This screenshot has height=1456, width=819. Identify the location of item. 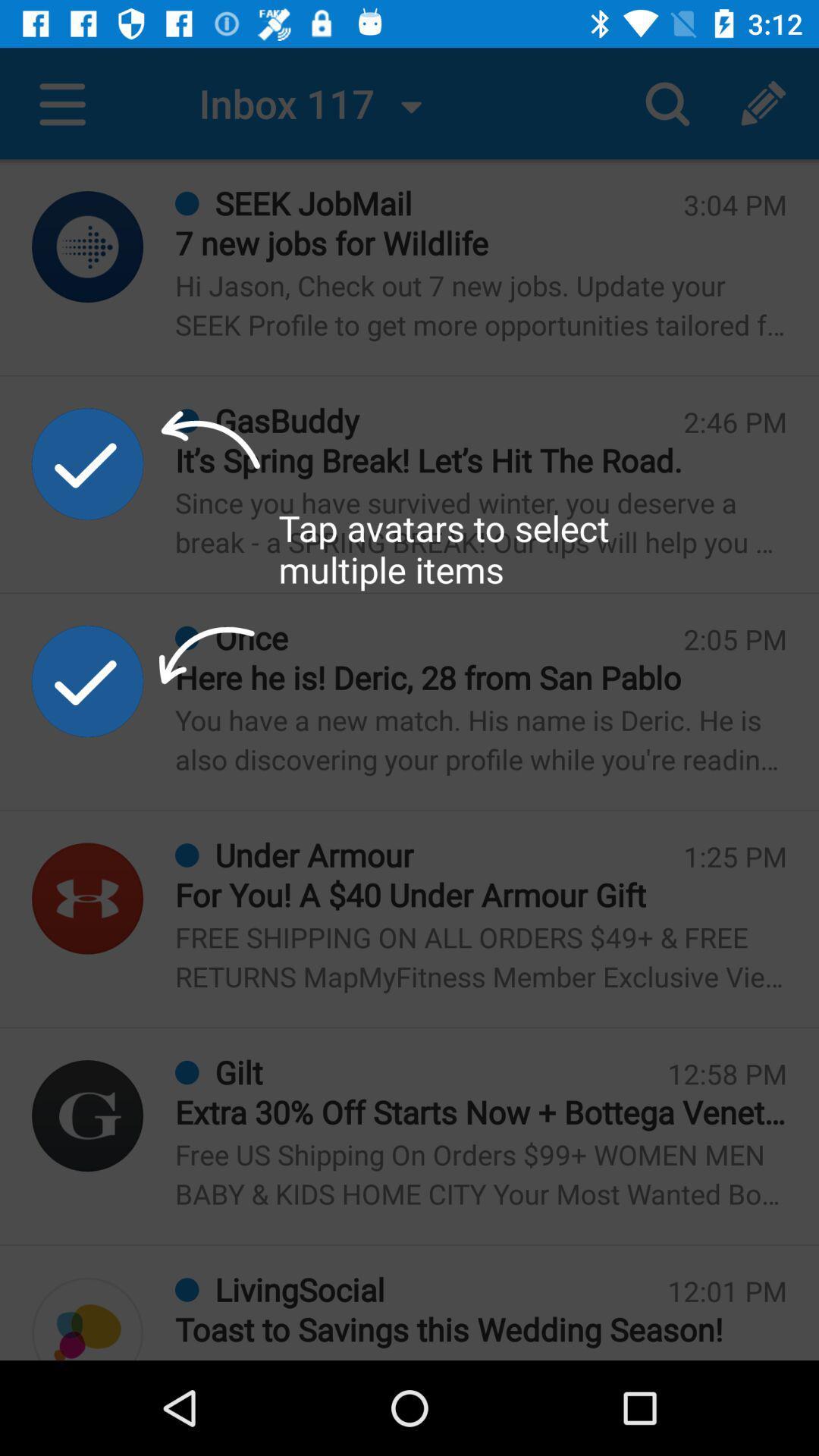
(87, 463).